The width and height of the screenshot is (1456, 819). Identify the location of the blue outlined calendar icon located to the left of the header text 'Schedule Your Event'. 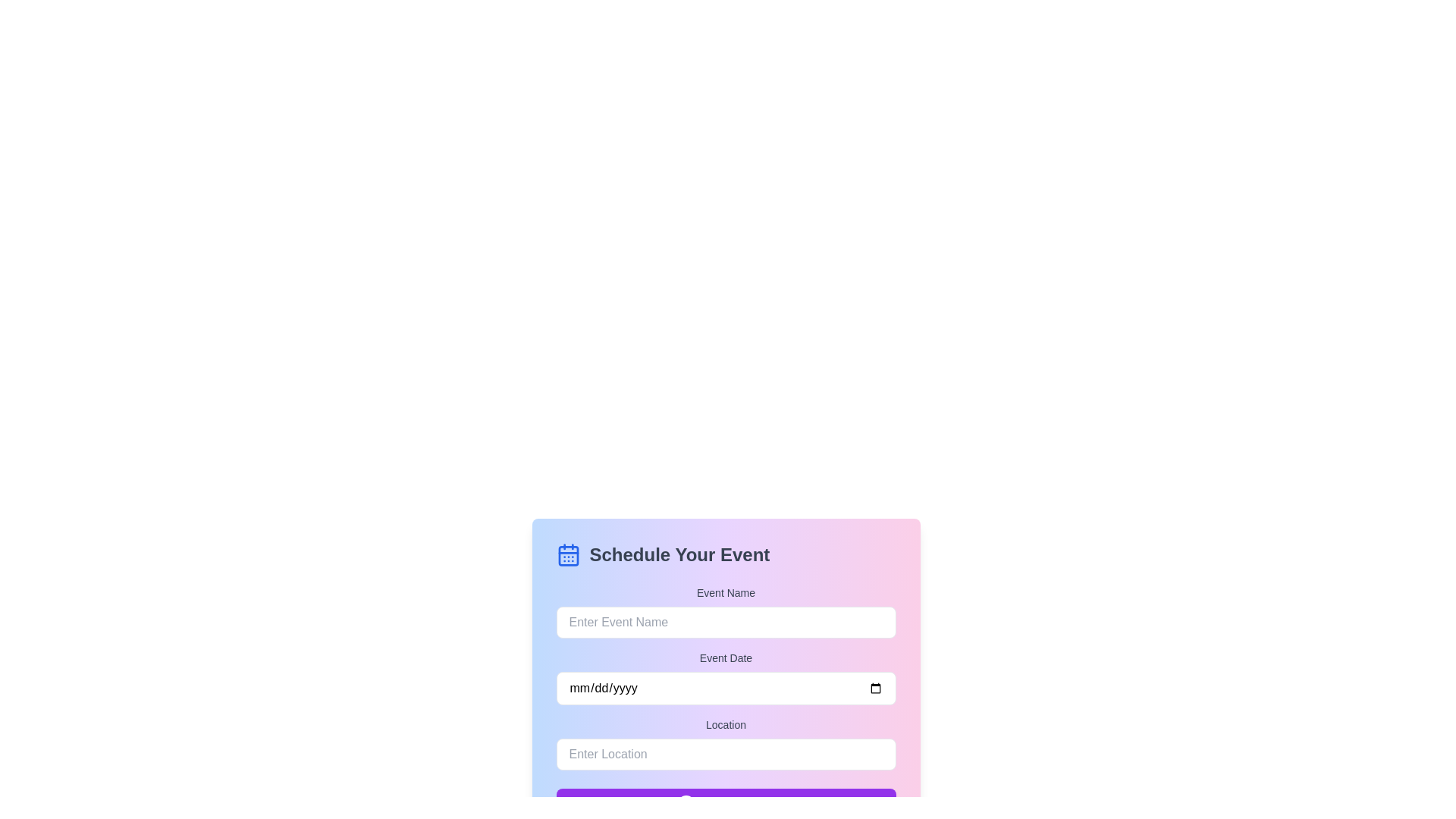
(567, 555).